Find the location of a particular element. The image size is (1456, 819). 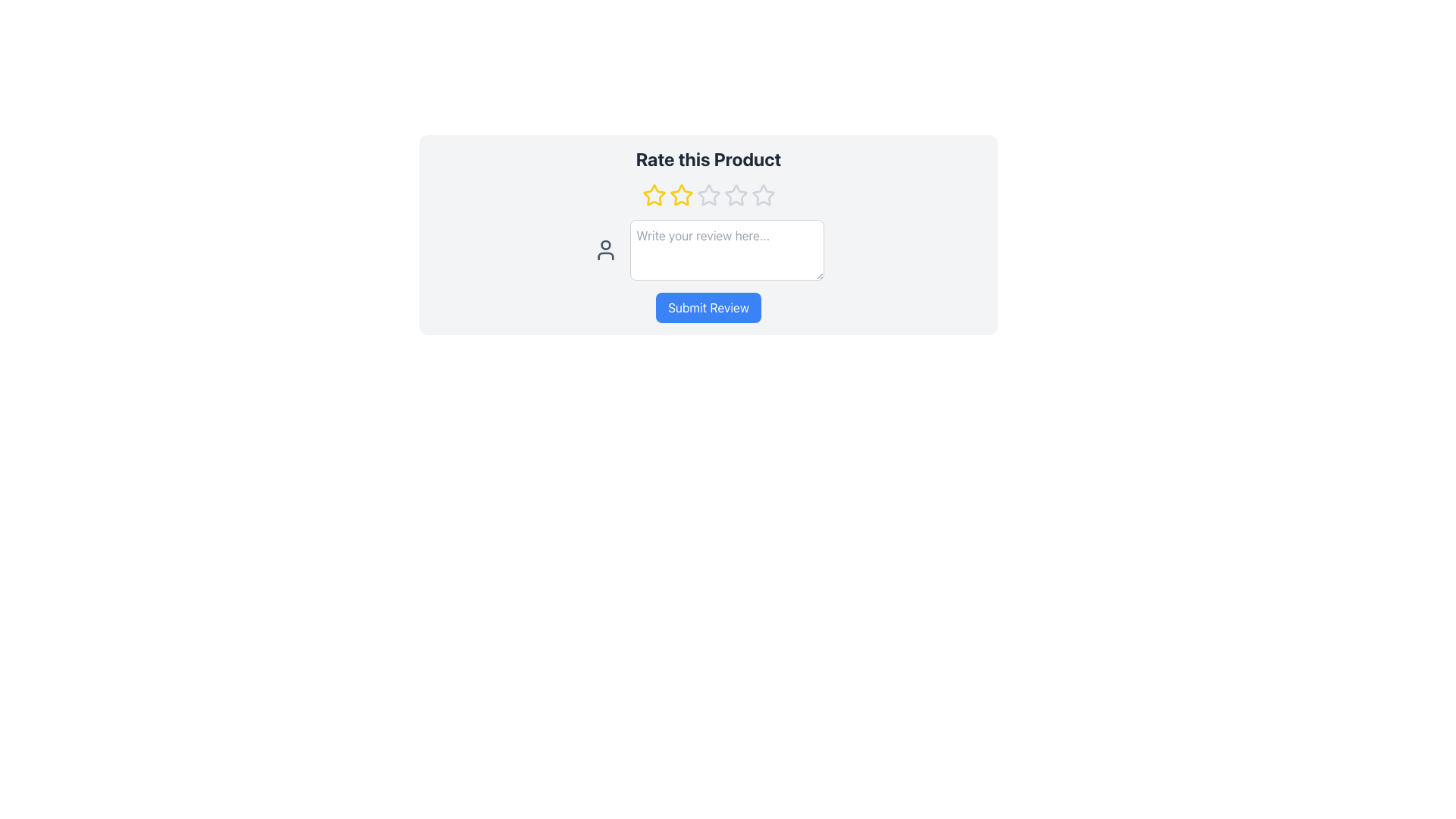

the third star-shaped Rating Icon, which is styled with a light gray color and a gray outline, to rate the product is located at coordinates (708, 195).